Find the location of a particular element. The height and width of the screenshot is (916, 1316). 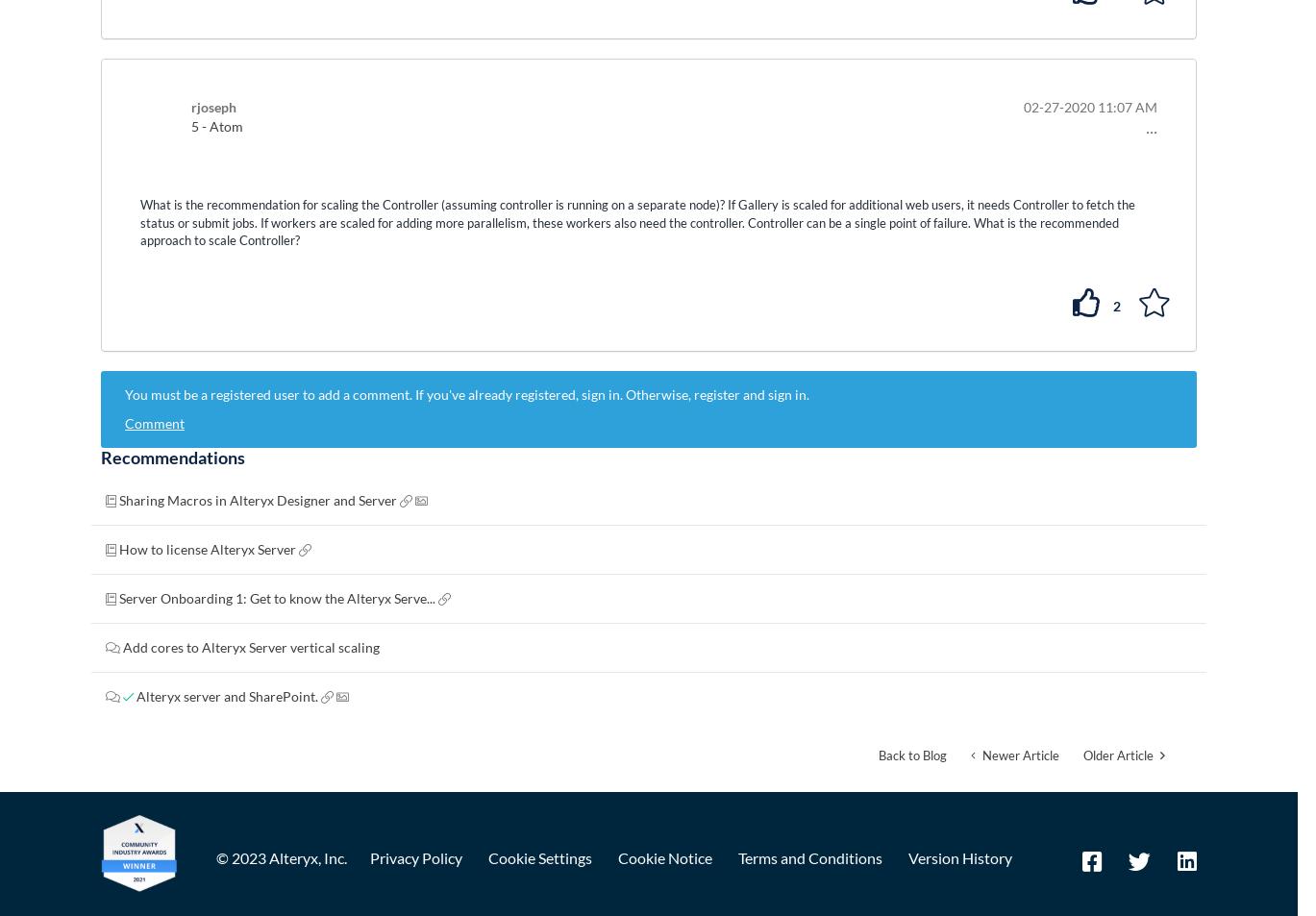

'How to license Alteryx Server' is located at coordinates (209, 549).